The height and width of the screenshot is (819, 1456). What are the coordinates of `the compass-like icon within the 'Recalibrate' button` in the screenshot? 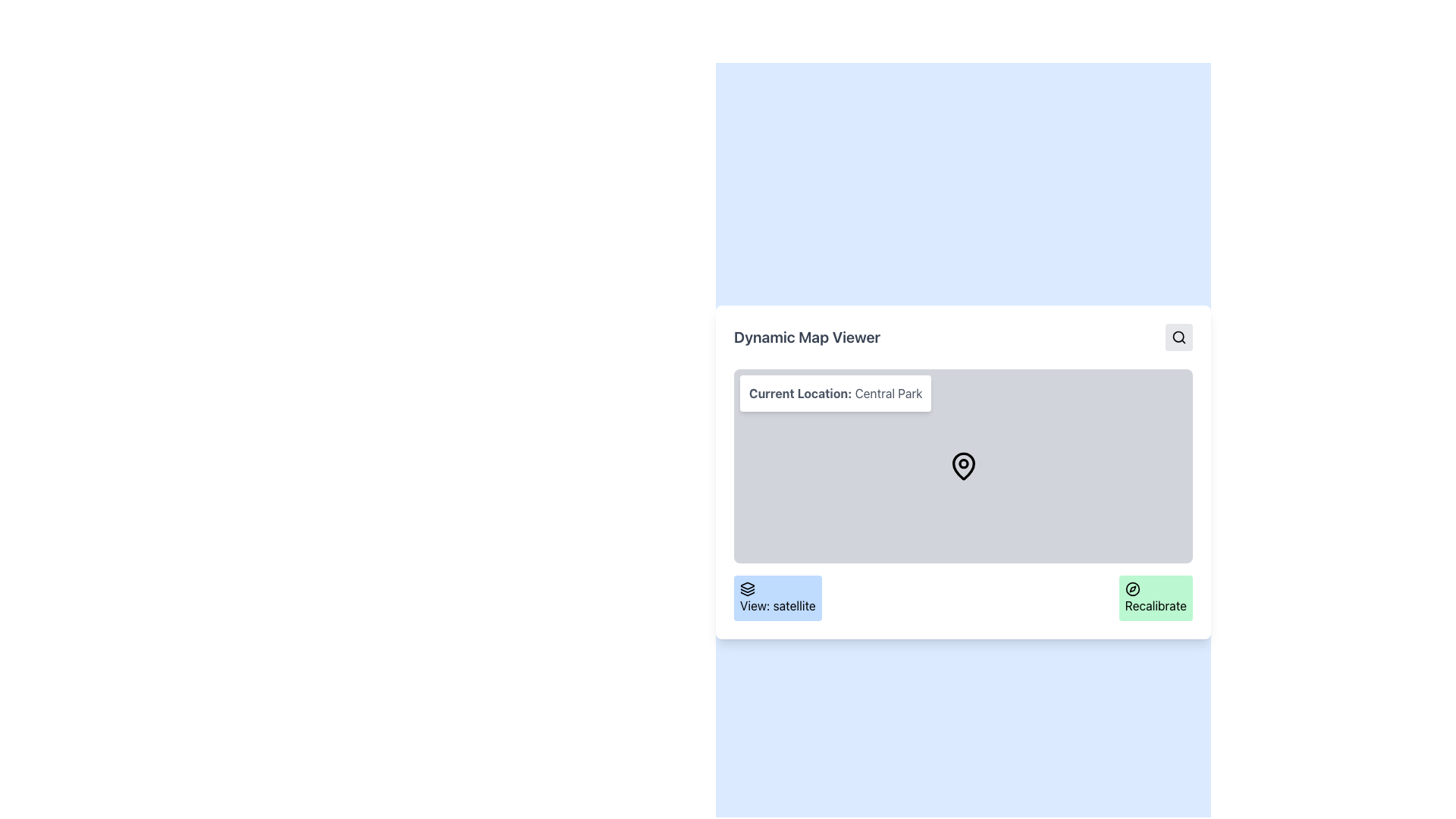 It's located at (1132, 588).